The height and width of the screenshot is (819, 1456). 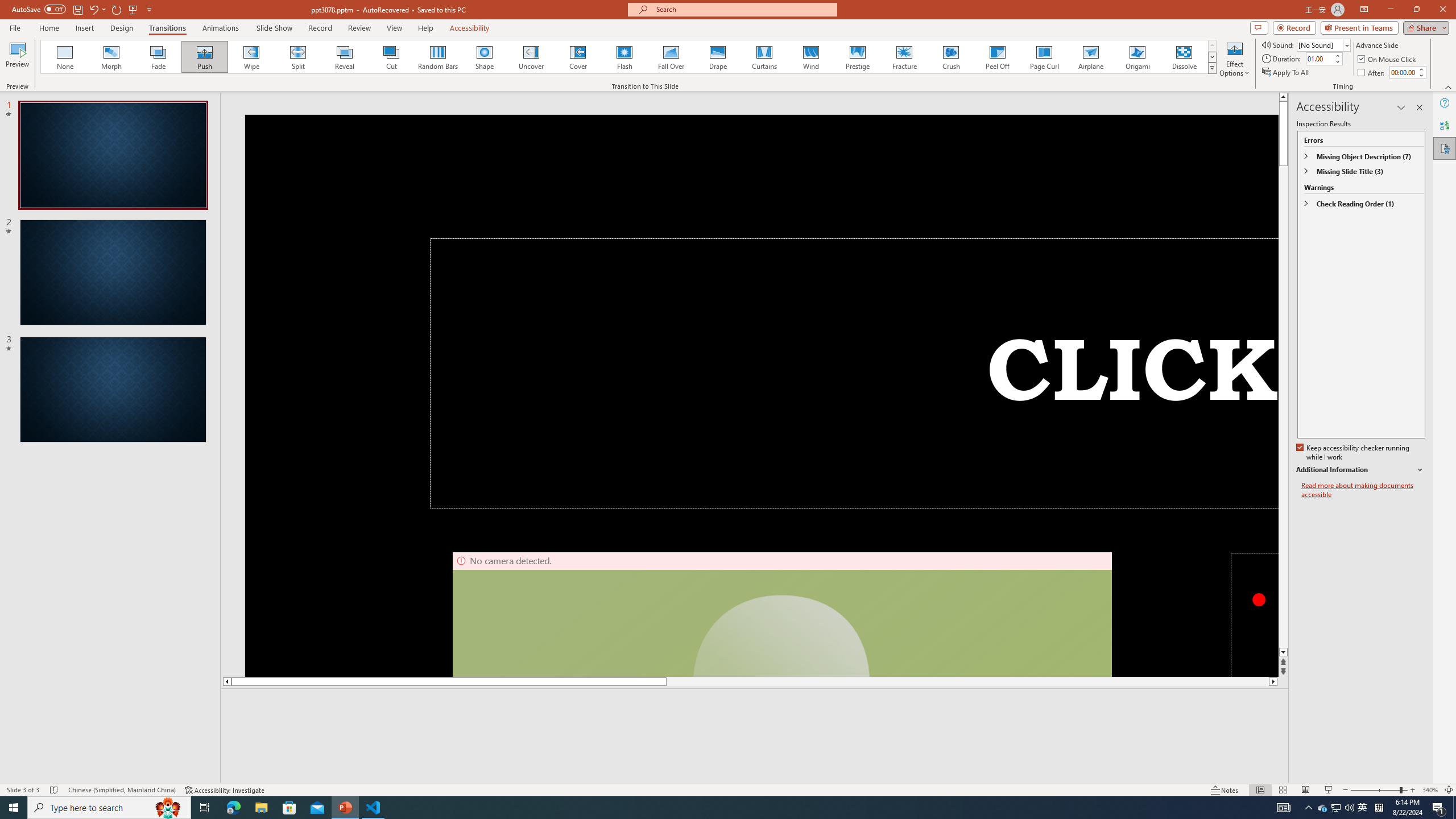 What do you see at coordinates (111, 56) in the screenshot?
I see `'Morph'` at bounding box center [111, 56].